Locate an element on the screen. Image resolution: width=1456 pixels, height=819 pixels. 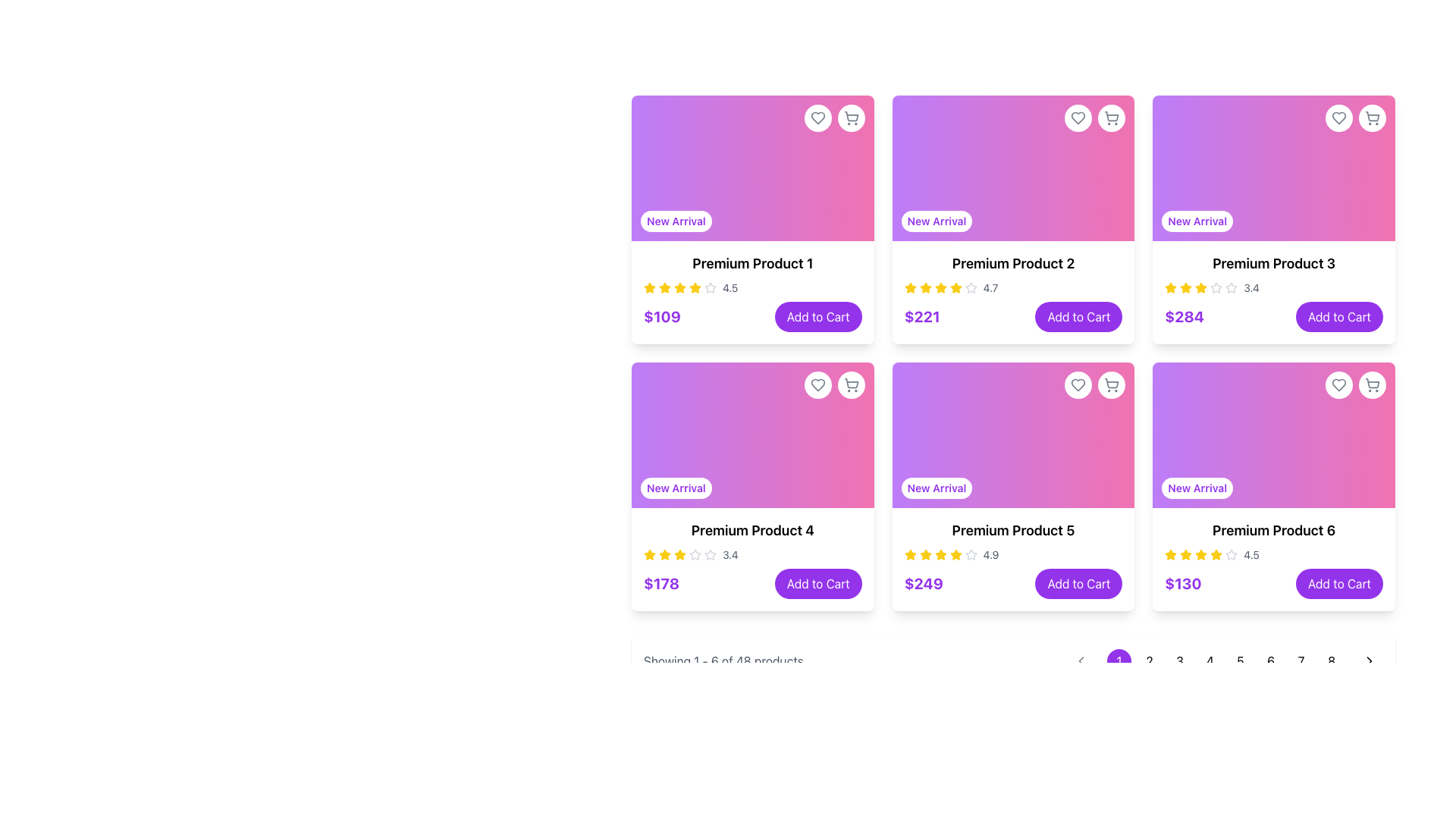
the circular button with a white background and the number '5' displayed in black text is located at coordinates (1241, 660).